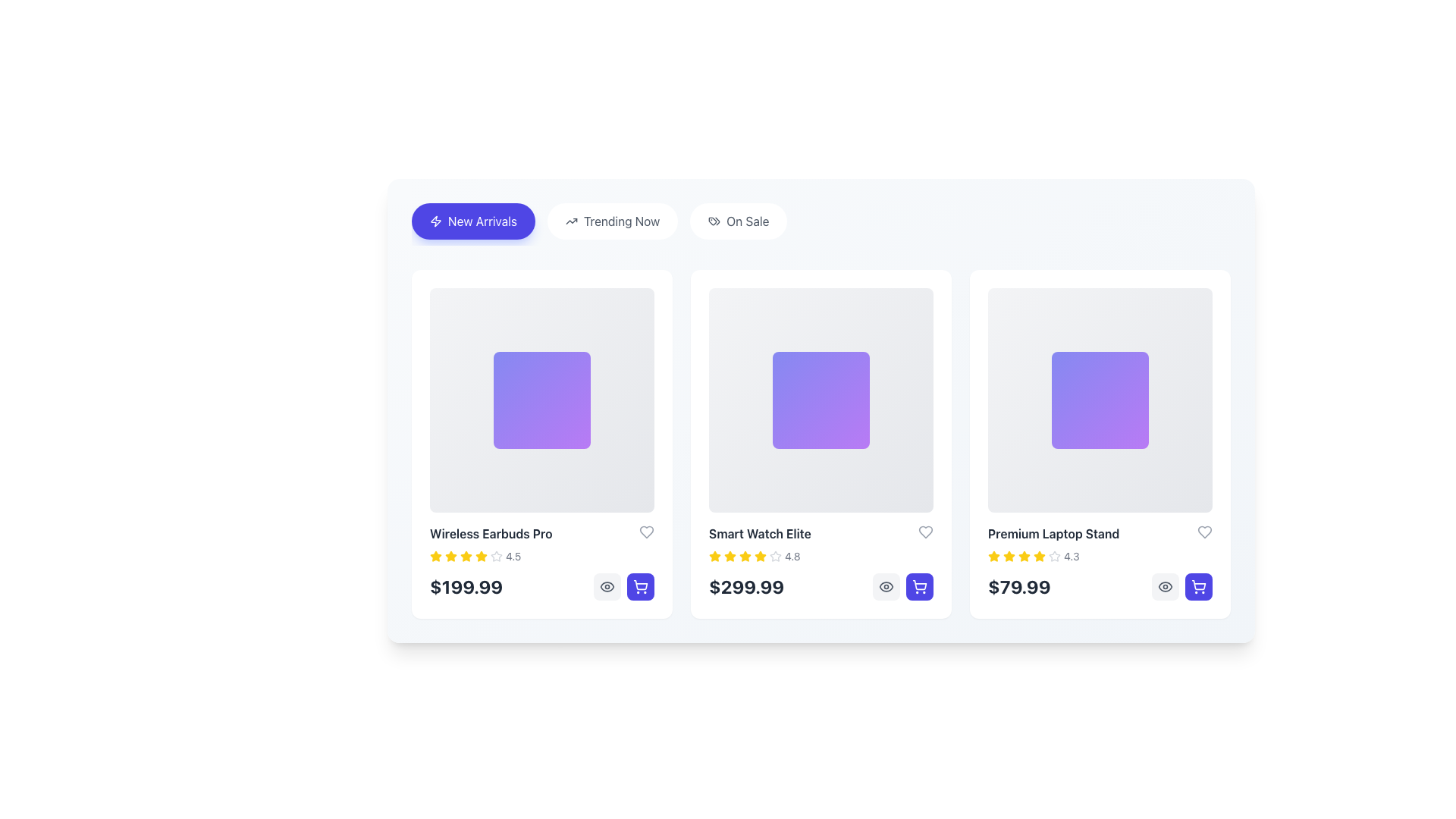 The width and height of the screenshot is (1456, 819). I want to click on the 'Add to Cart' button located in the card for the 'Premium Laptop Stand', positioned below the price and rating information on the far right of the row, so click(919, 586).